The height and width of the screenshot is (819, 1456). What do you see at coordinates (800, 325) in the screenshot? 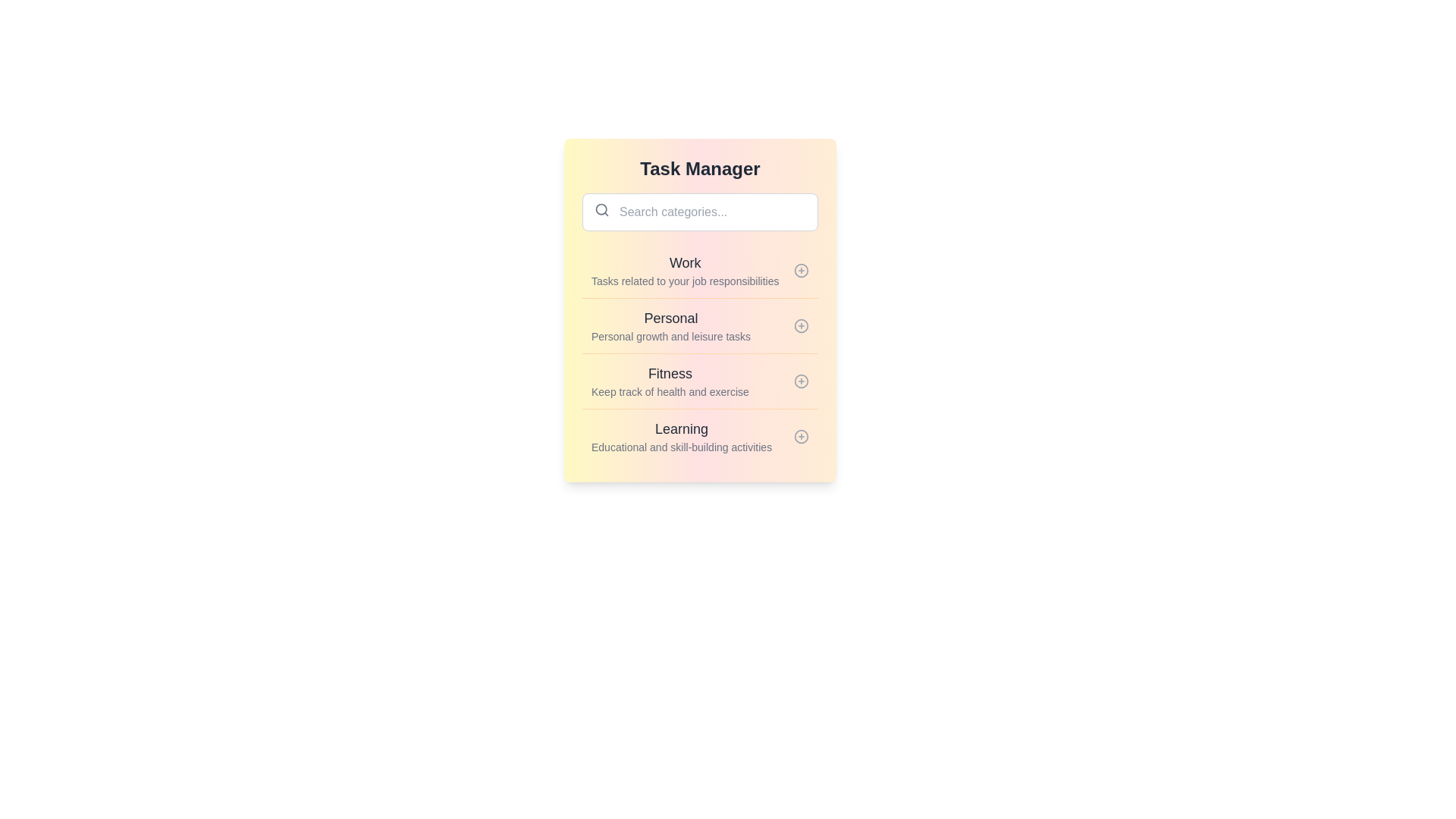
I see `the circular shape of the 'plus' icon located in the second row of the 'Task Manager' list, adjacent to the 'Personal' category description` at bounding box center [800, 325].